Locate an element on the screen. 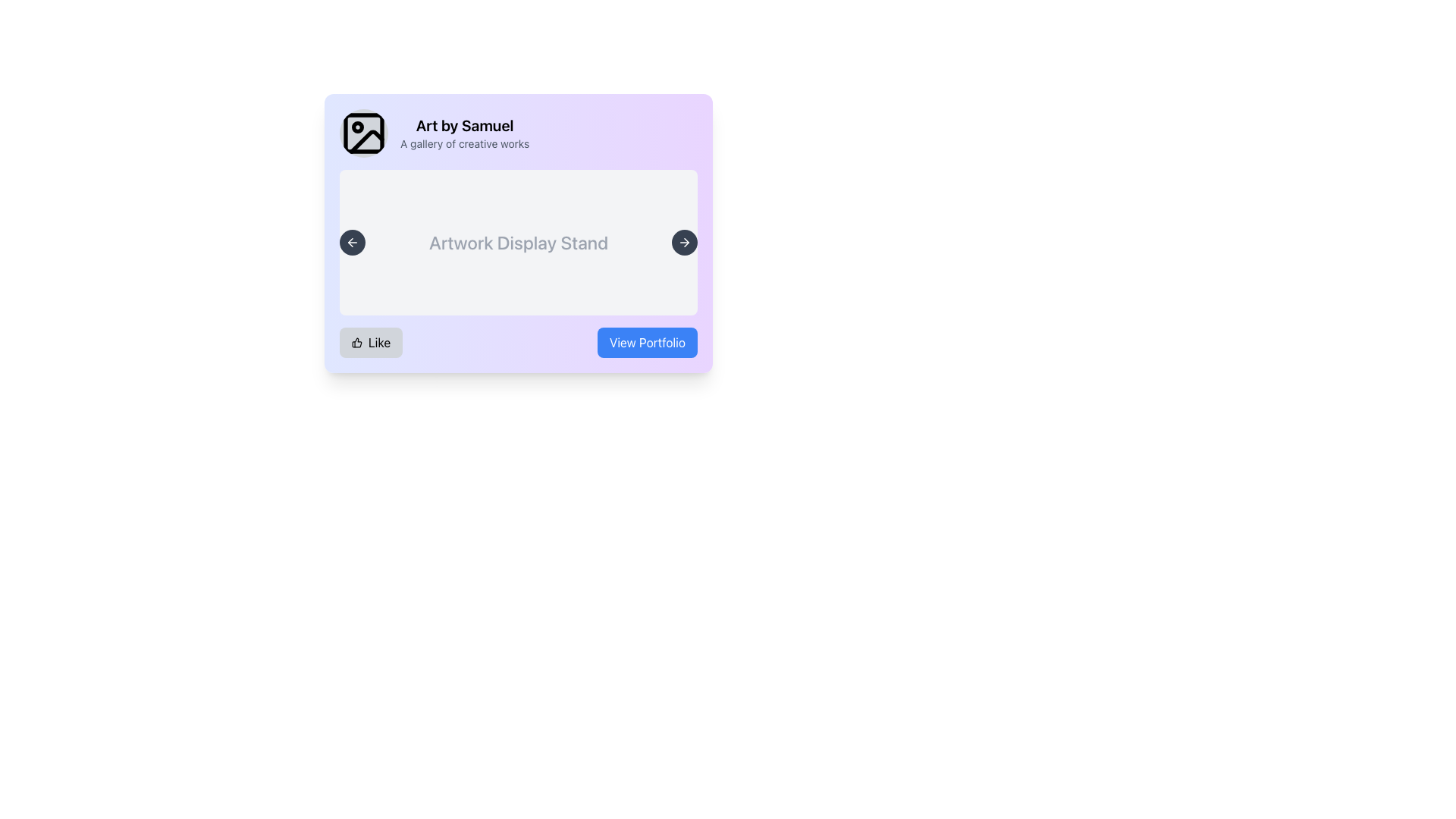  the 'View Portfolio' button, which is a bright blue rectangular button with rounded corners is located at coordinates (647, 342).